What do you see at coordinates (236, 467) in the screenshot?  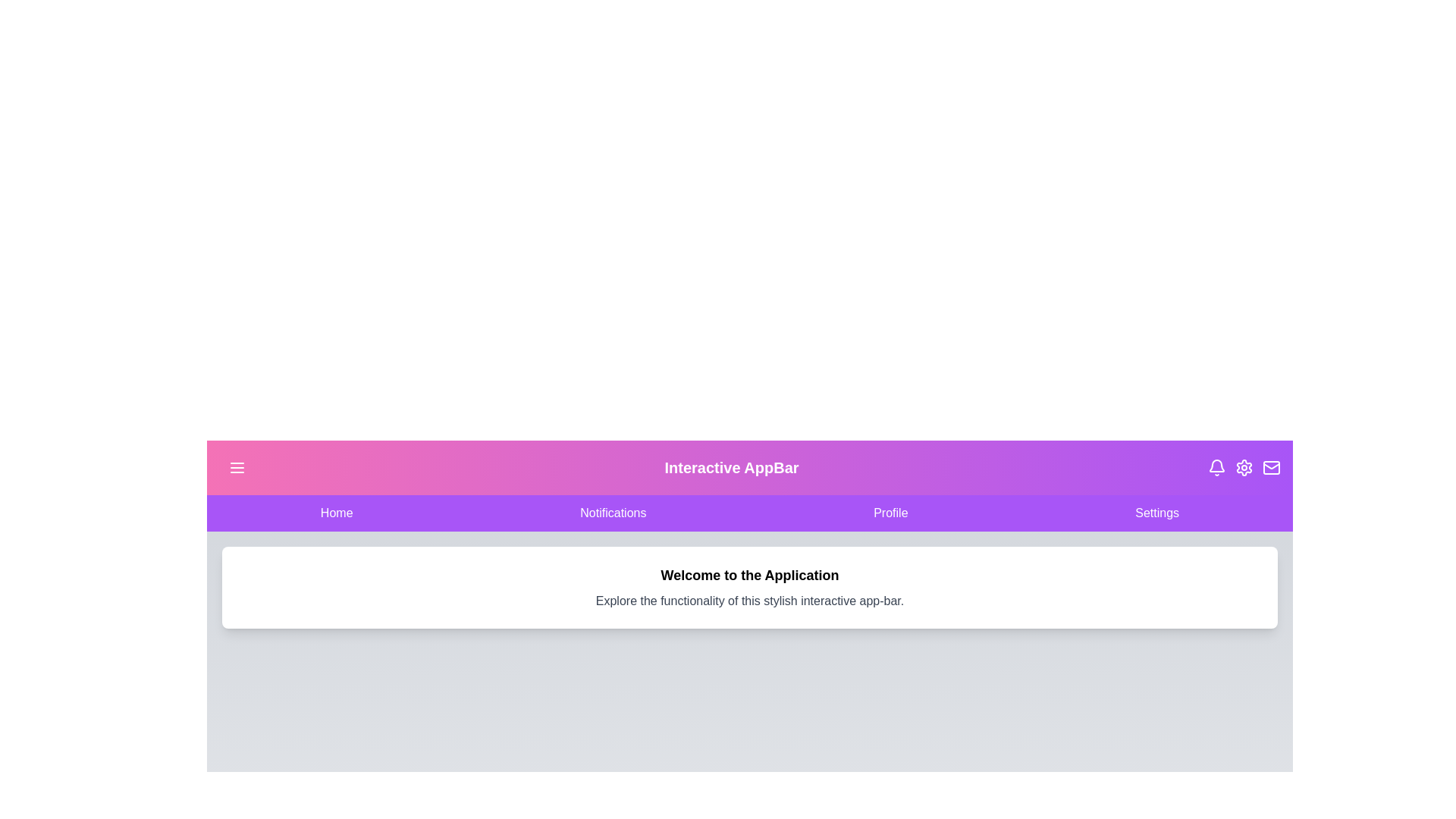 I see `the menu button to open the menu` at bounding box center [236, 467].